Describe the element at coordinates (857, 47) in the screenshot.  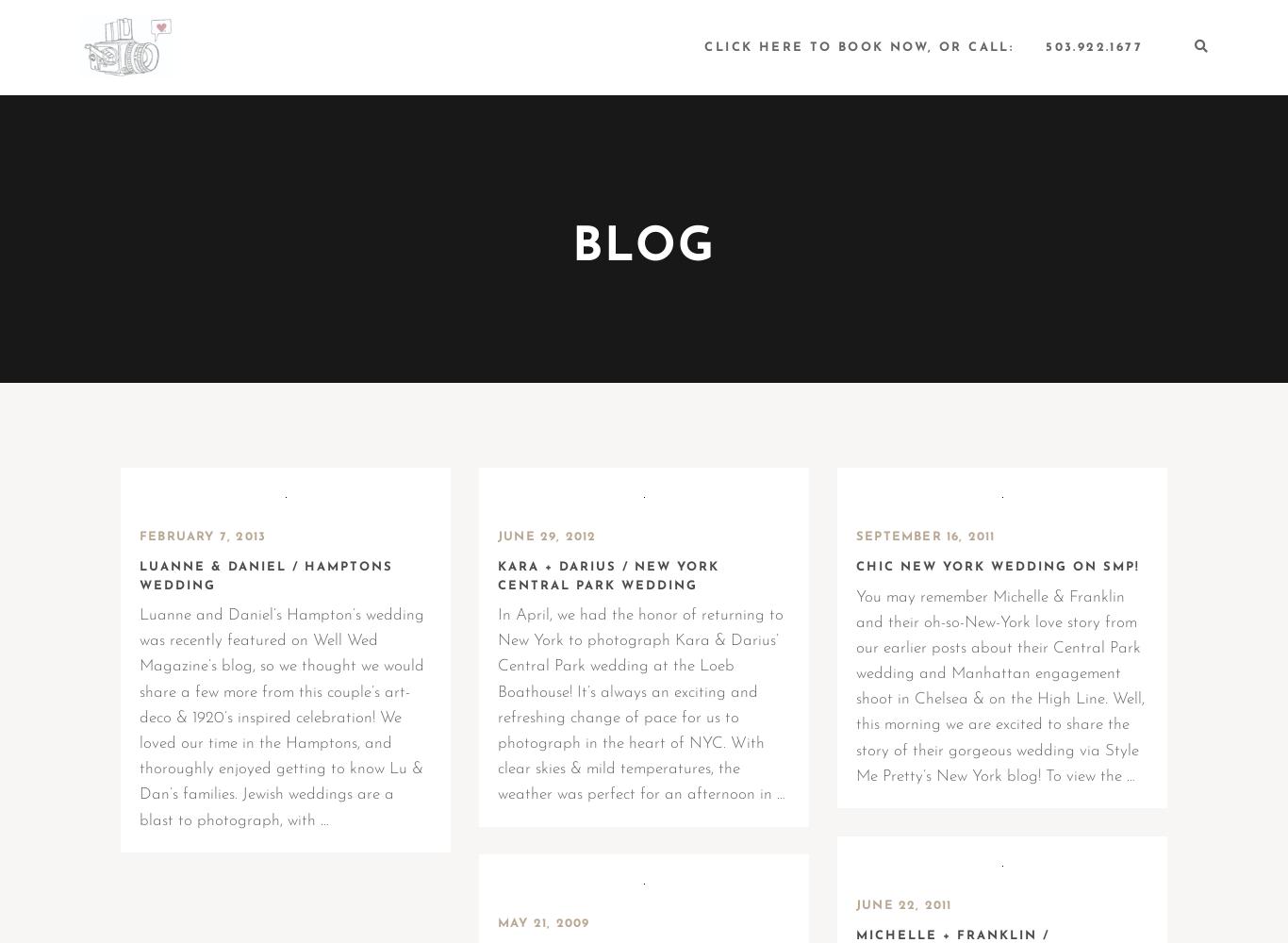
I see `'Click here to Book Now, or call:'` at that location.